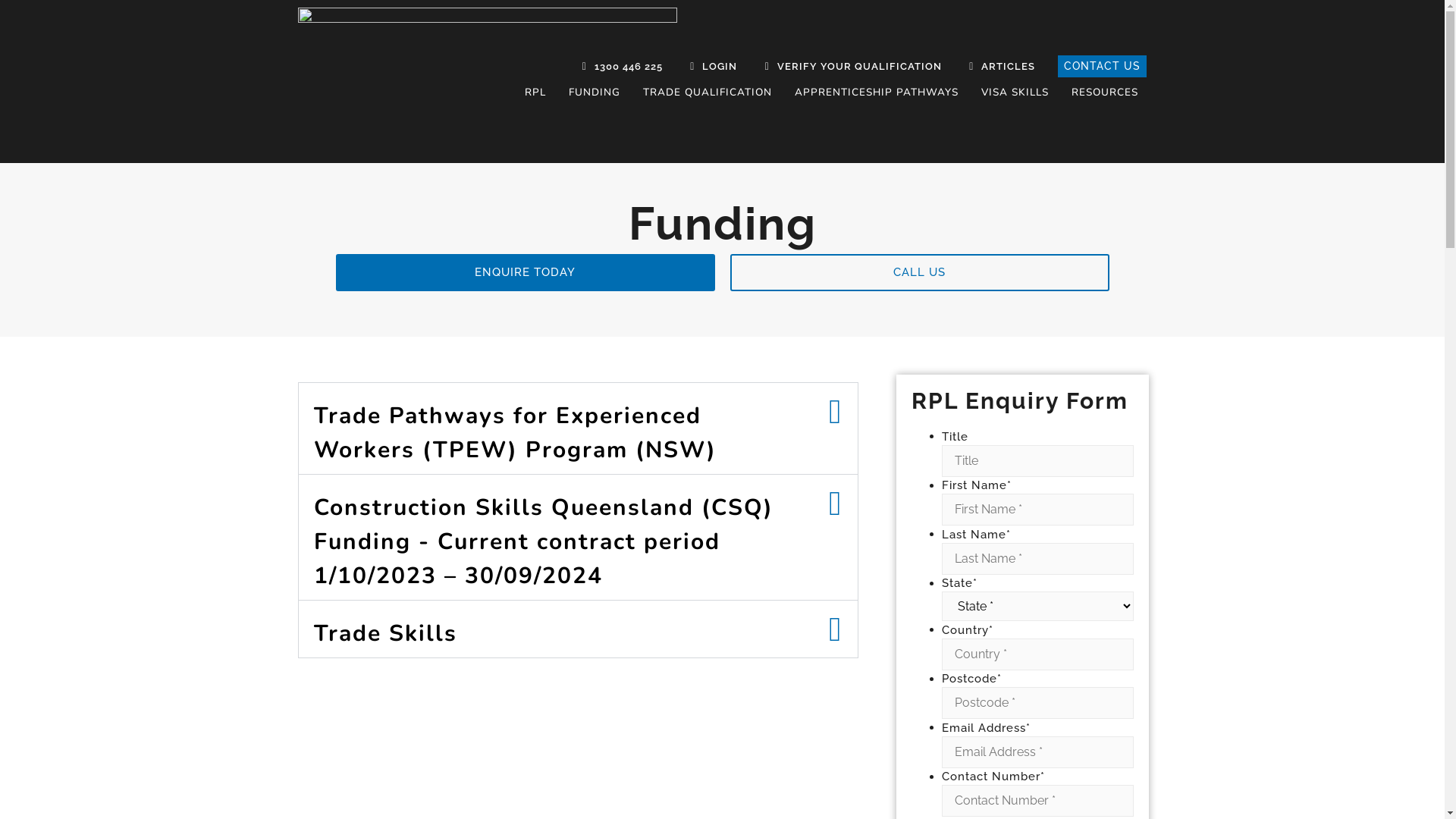 The image size is (1456, 819). I want to click on 'CALL US', so click(918, 271).